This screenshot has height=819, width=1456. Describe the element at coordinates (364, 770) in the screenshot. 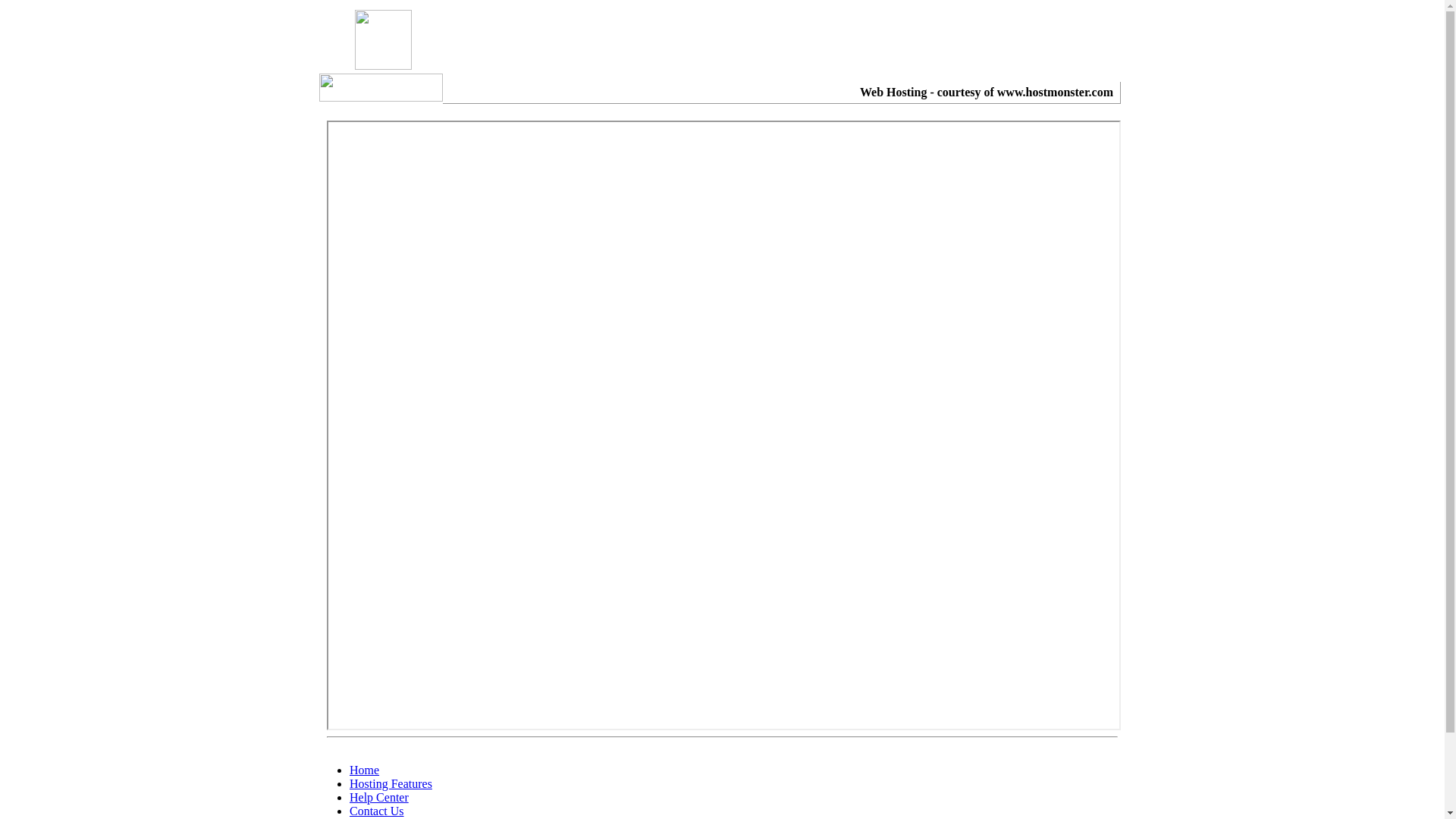

I see `'Home'` at that location.